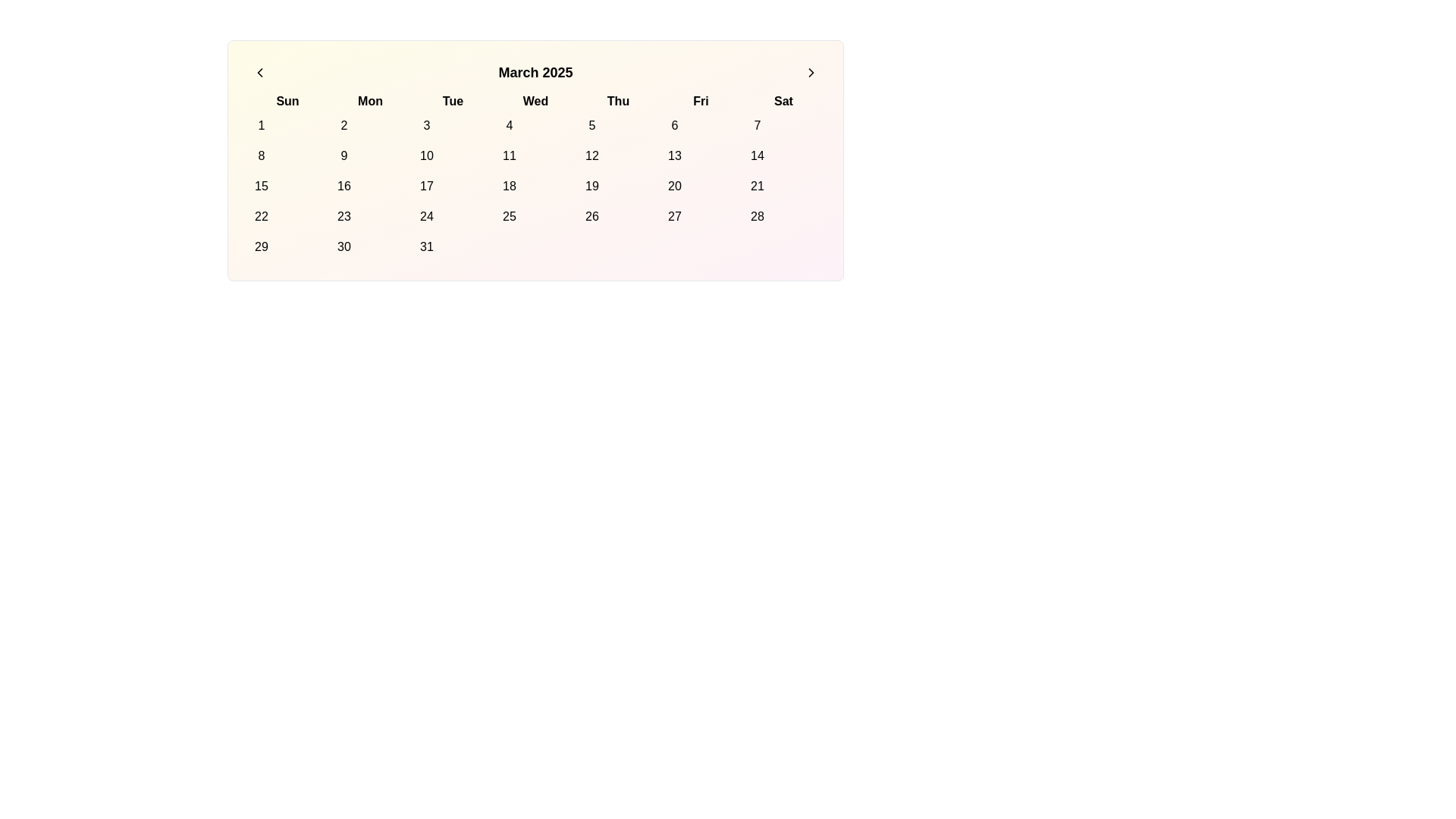 The width and height of the screenshot is (1456, 819). What do you see at coordinates (673, 124) in the screenshot?
I see `the round button labeled '6' in the top row of the calendar's numerical grid under the 'Fri' column` at bounding box center [673, 124].